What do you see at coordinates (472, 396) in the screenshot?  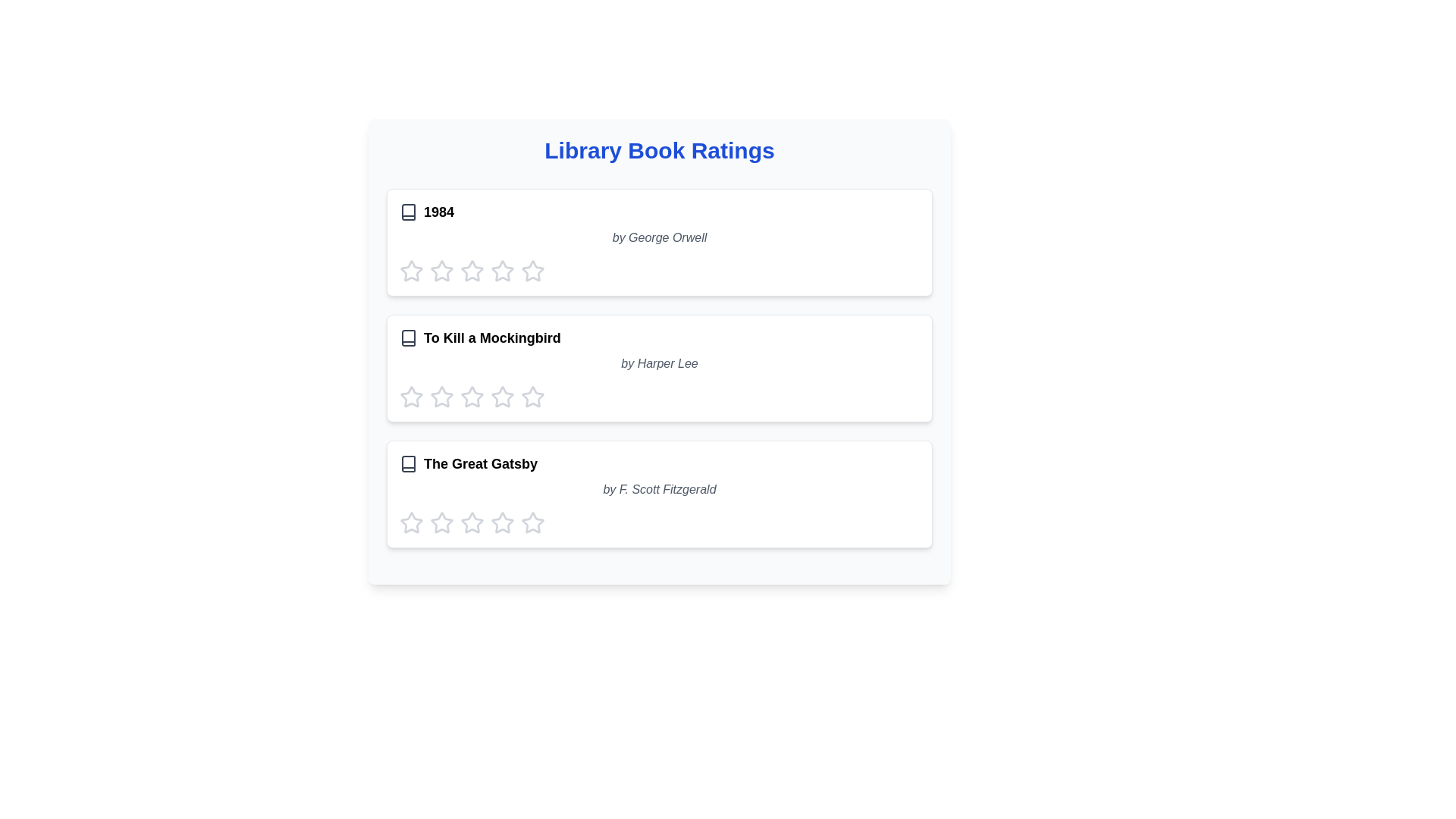 I see `the second Rating star icon in the row labeled 'To Kill a Mockingbird'` at bounding box center [472, 396].